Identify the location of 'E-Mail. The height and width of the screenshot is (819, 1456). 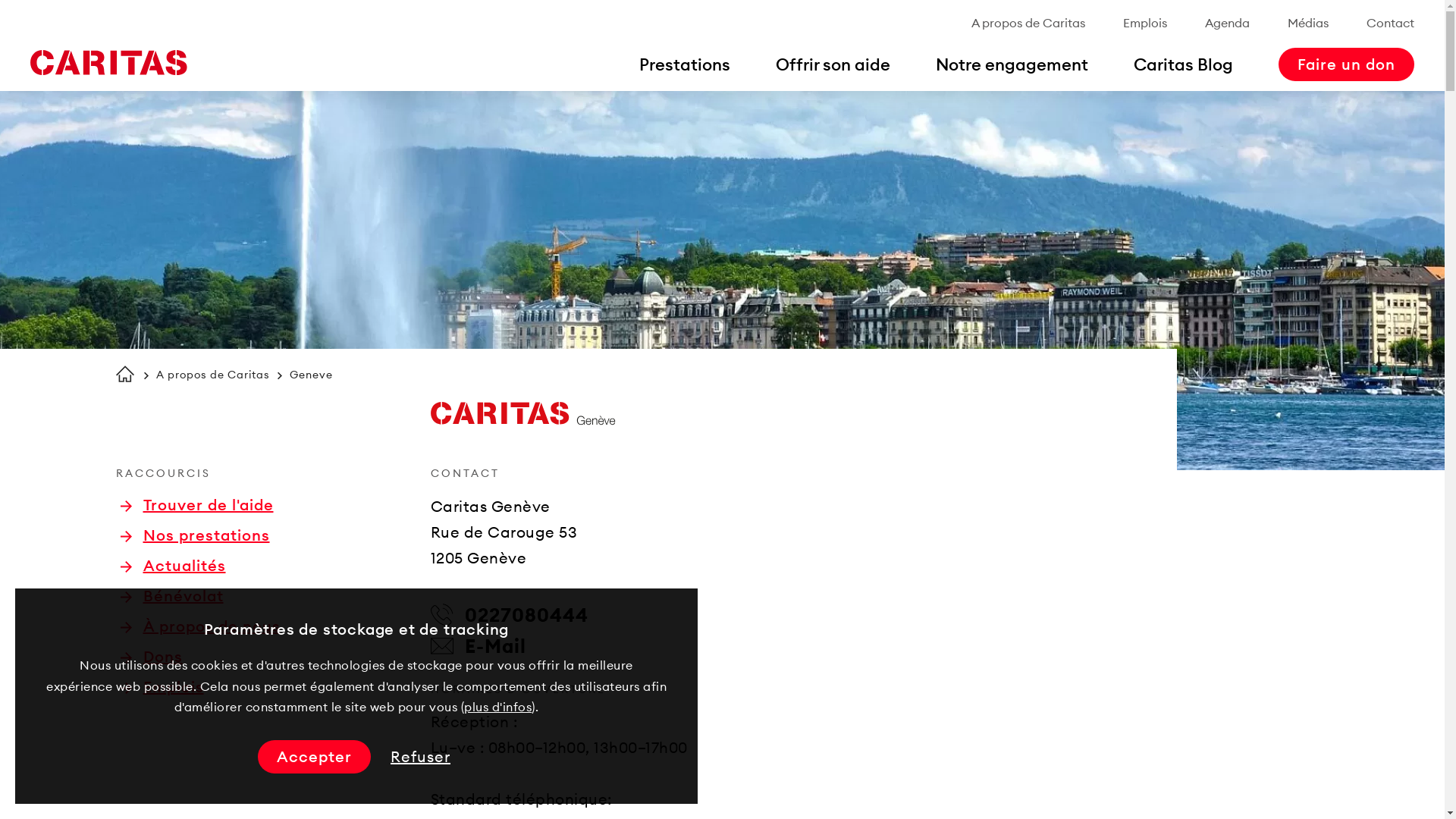
(477, 646).